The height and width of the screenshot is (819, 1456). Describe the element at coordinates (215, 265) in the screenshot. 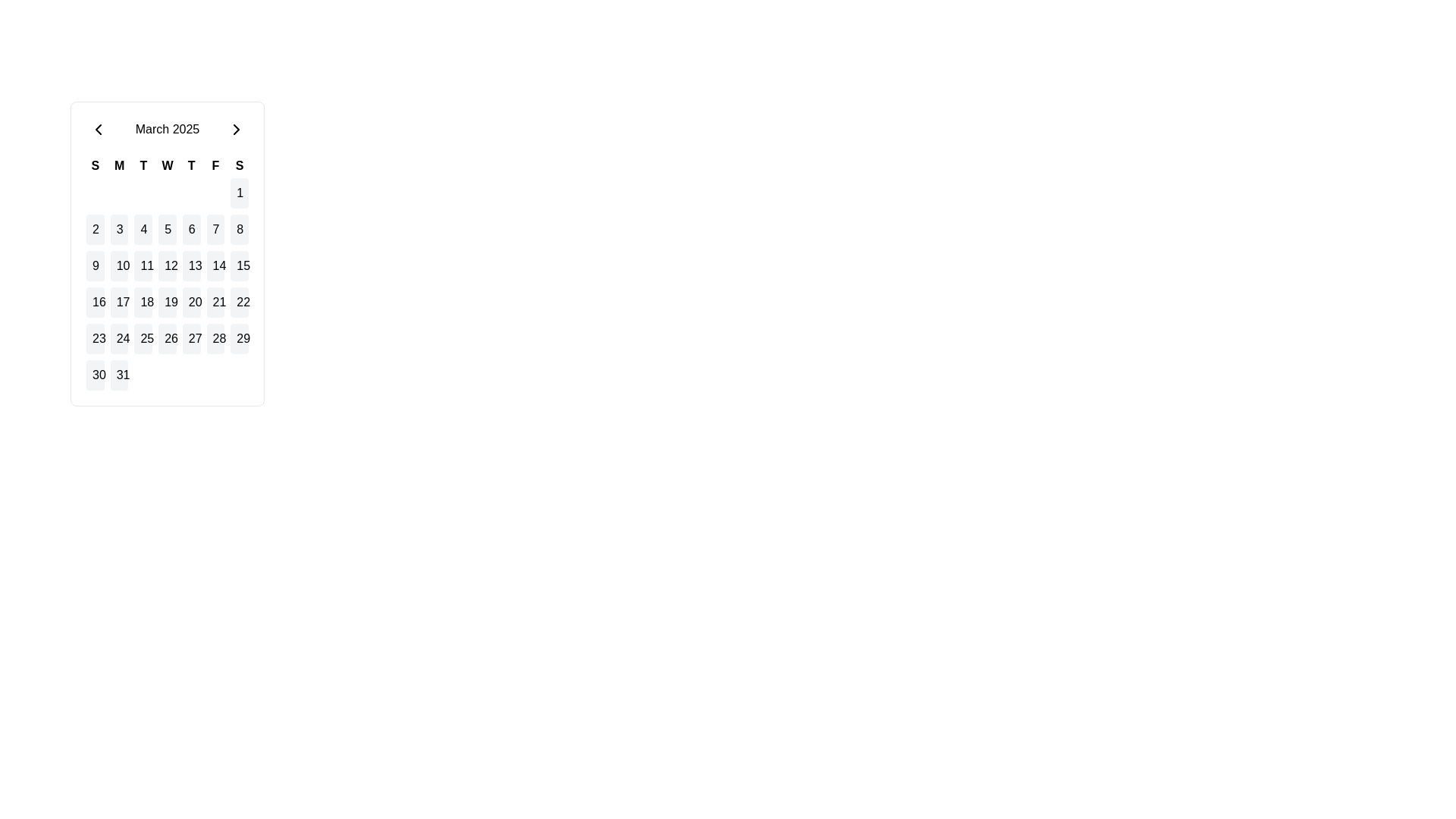

I see `the interactive cell representing the 14th day of March 2025 in the calendar grid` at that location.